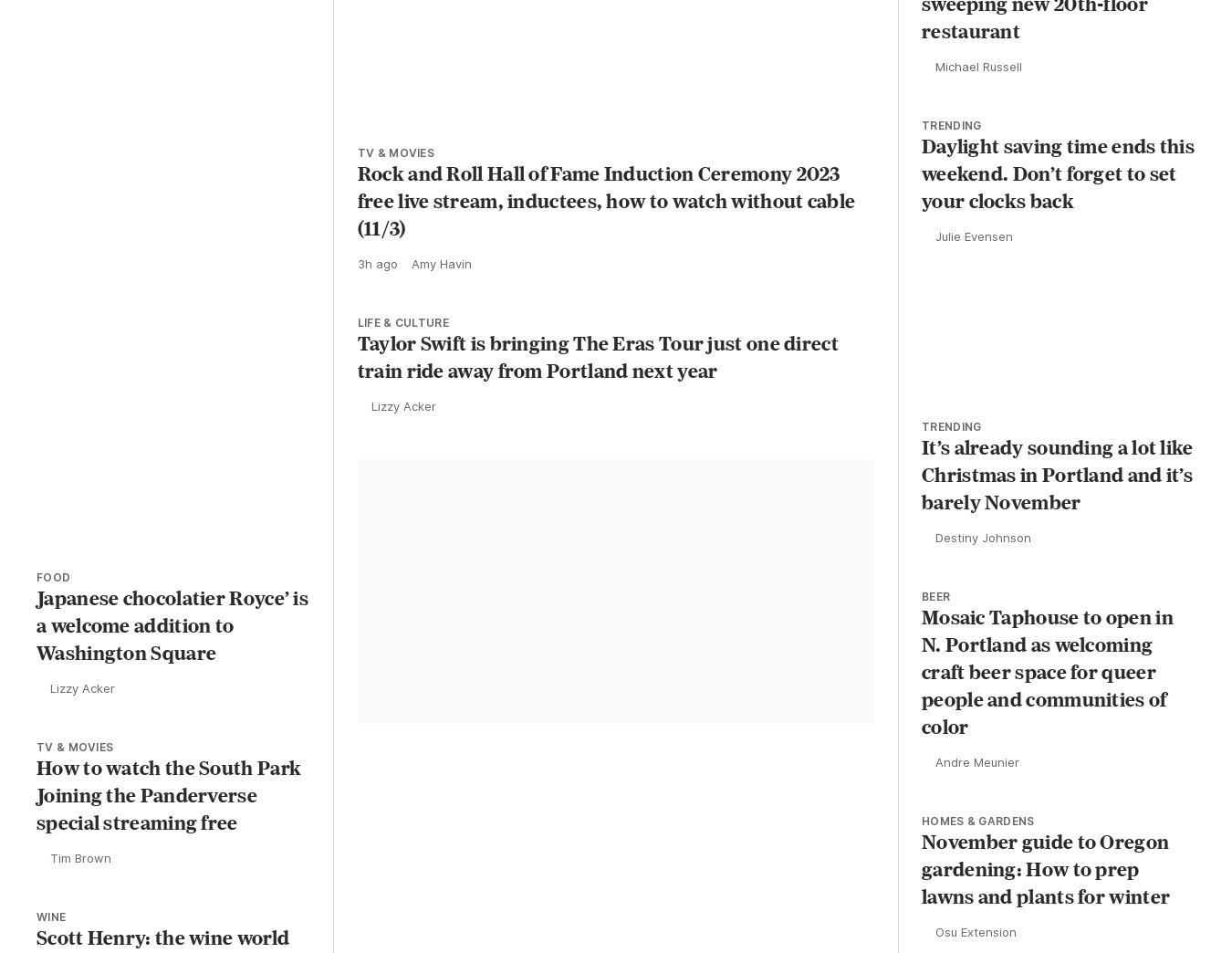 This screenshot has height=953, width=1232. What do you see at coordinates (597, 392) in the screenshot?
I see `'Taylor Swift is bringing The Eras Tour just one direct train ride away from Portland next year'` at bounding box center [597, 392].